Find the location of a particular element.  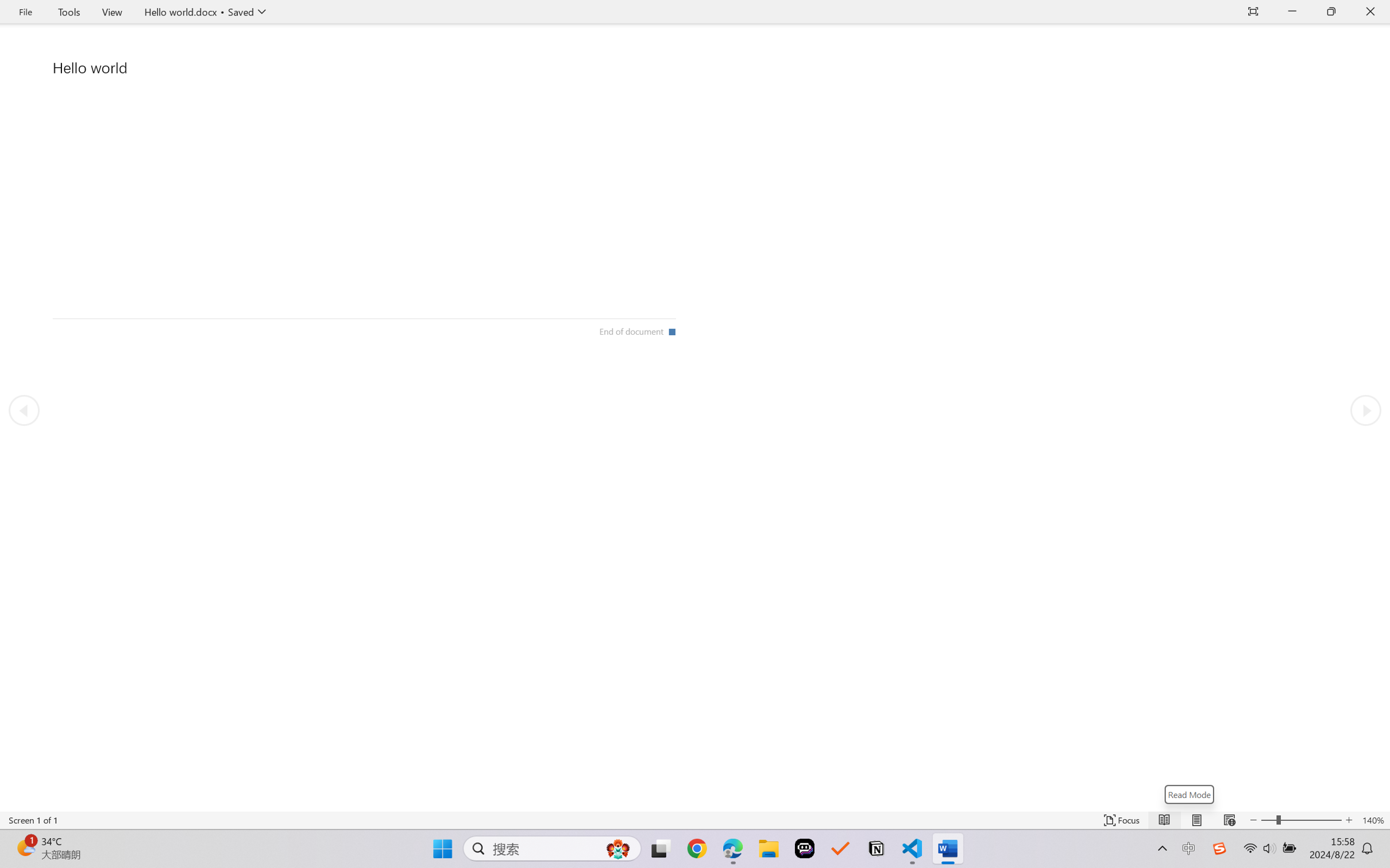

'Focus ' is located at coordinates (1122, 820).